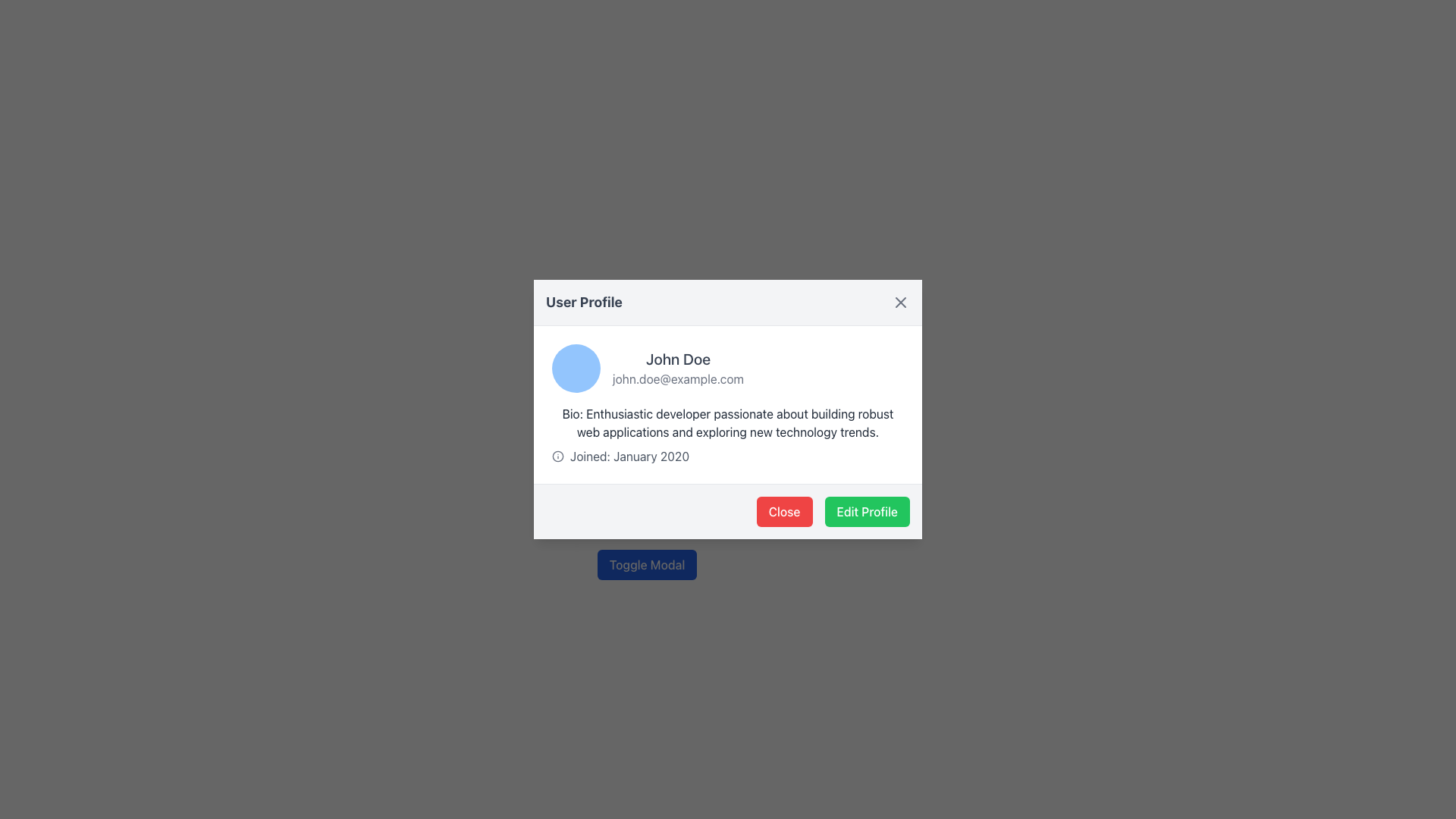  What do you see at coordinates (583, 302) in the screenshot?
I see `the 'User Profile' text which is displayed in bold and large gray font at the top of the modal header` at bounding box center [583, 302].